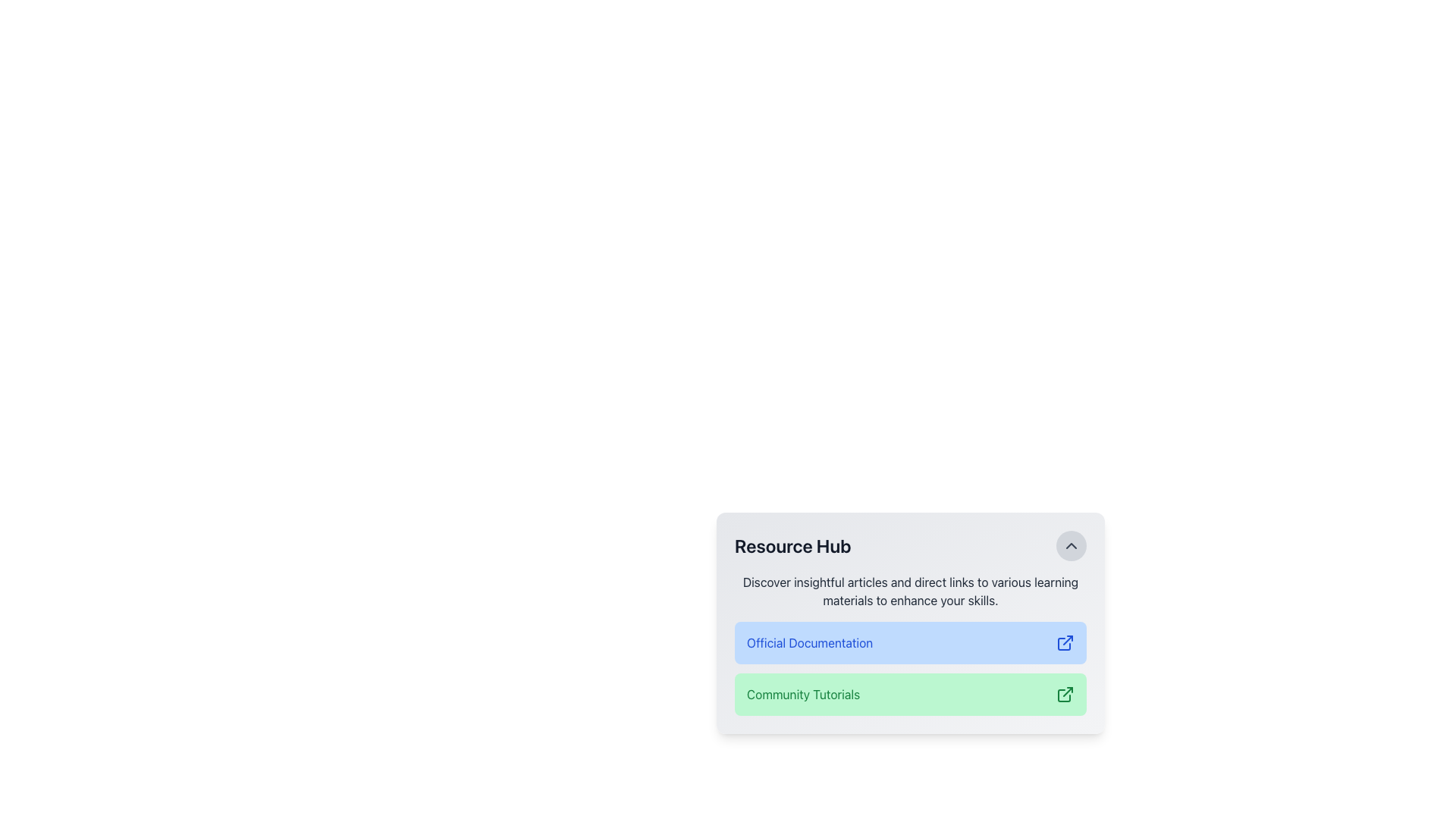 The height and width of the screenshot is (819, 1456). What do you see at coordinates (1070, 546) in the screenshot?
I see `the collapse/expand button located at the top-right corner of the 'Resource Hub' panel` at bounding box center [1070, 546].